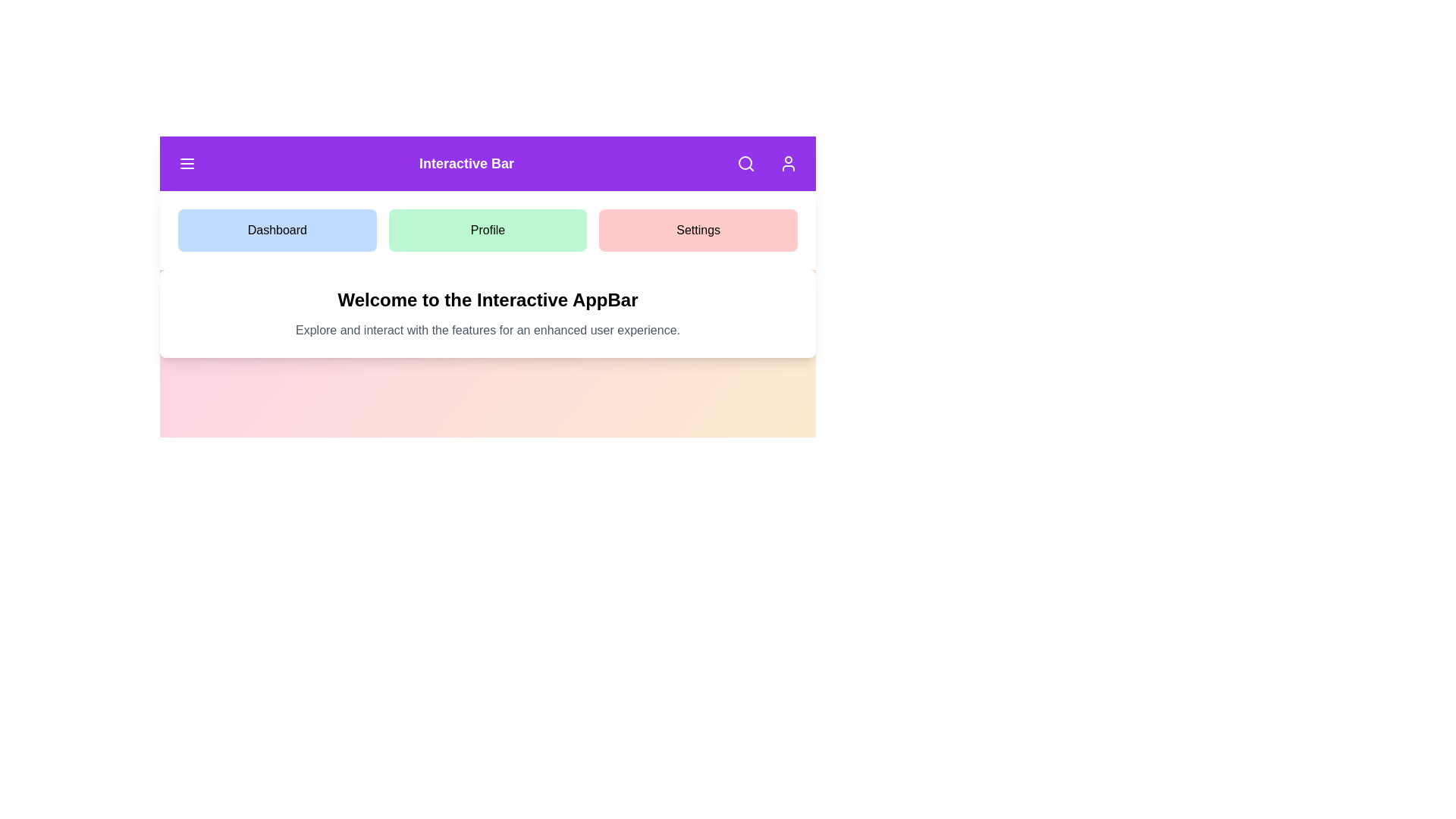 Image resolution: width=1456 pixels, height=819 pixels. Describe the element at coordinates (698, 231) in the screenshot. I see `the 'Settings' button to navigate to the Settings section` at that location.